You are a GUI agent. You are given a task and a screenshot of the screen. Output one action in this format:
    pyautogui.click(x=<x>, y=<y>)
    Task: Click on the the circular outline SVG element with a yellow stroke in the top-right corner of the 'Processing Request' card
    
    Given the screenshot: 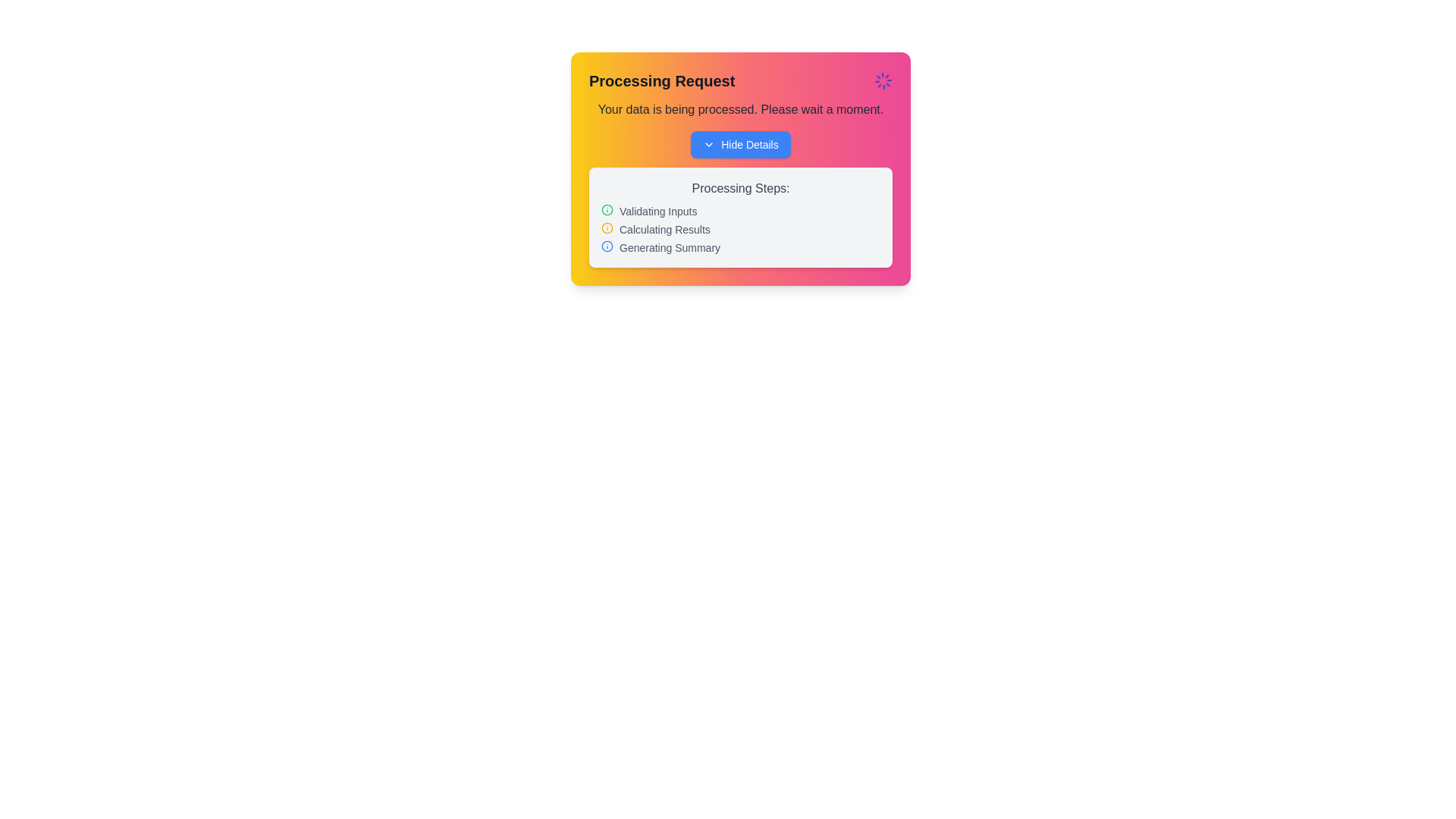 What is the action you would take?
    pyautogui.click(x=607, y=227)
    